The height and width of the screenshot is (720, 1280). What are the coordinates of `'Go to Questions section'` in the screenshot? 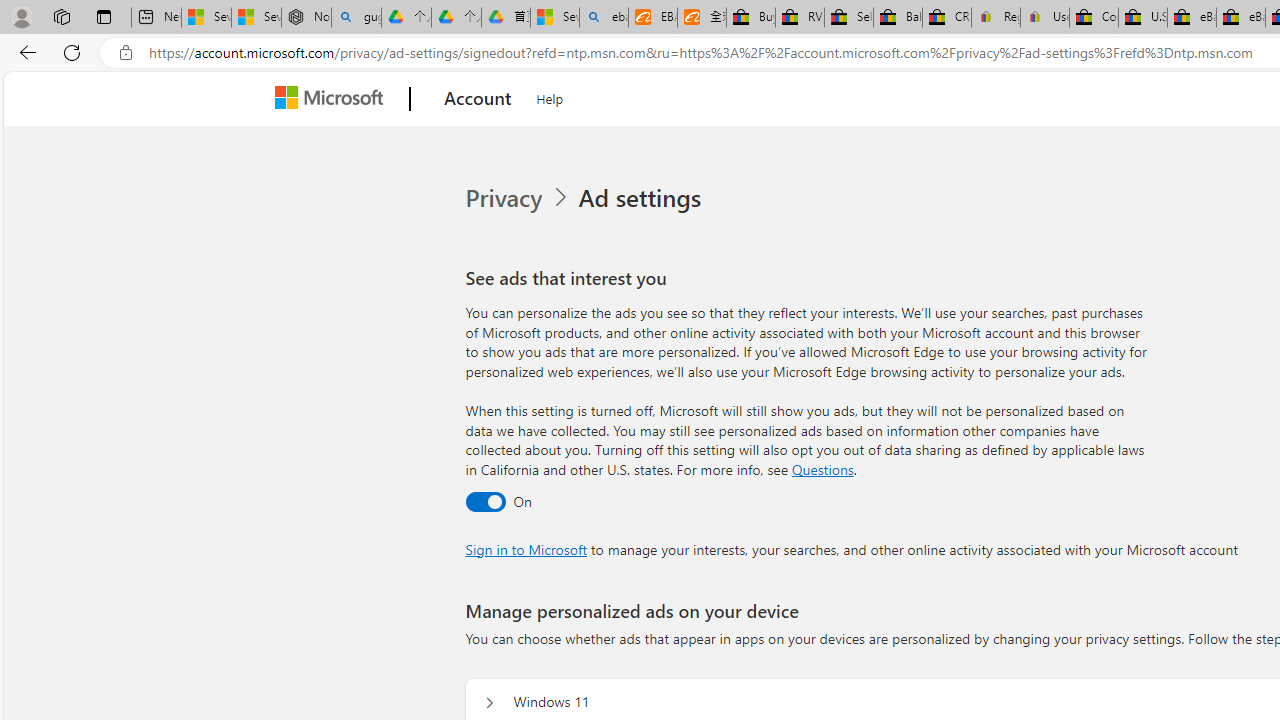 It's located at (822, 469).